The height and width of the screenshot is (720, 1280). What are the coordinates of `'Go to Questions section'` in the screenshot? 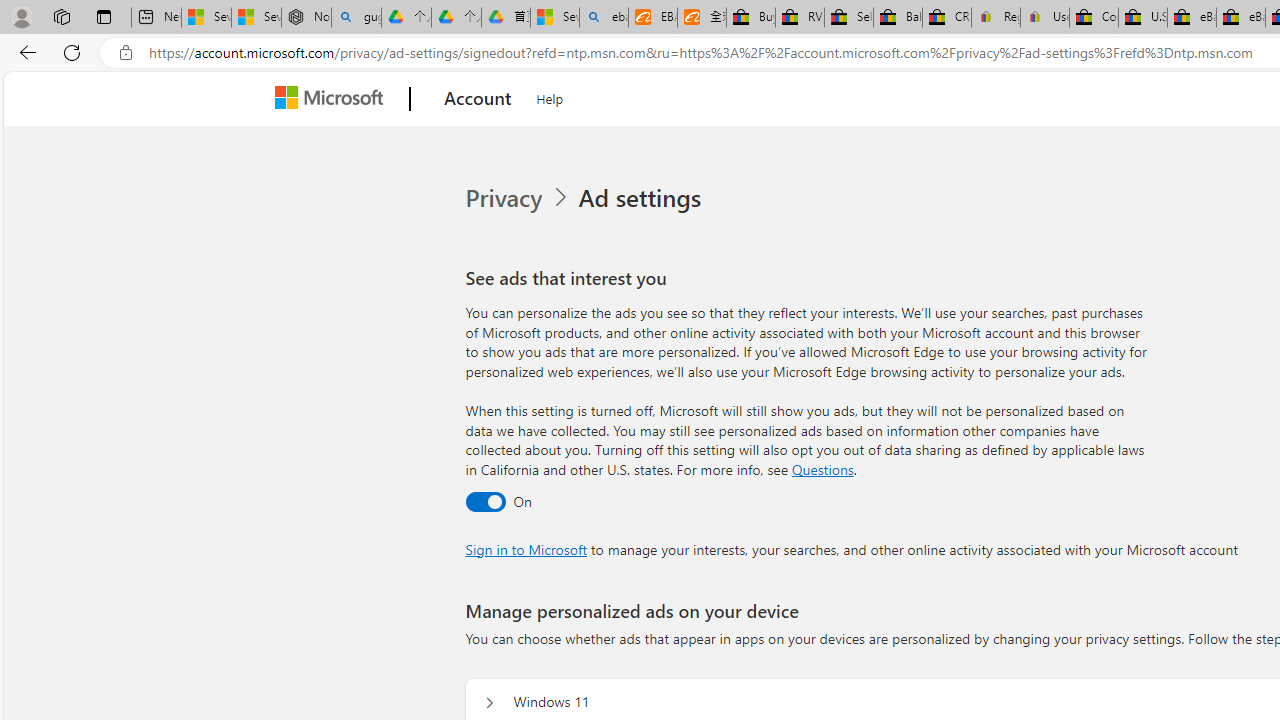 It's located at (822, 469).